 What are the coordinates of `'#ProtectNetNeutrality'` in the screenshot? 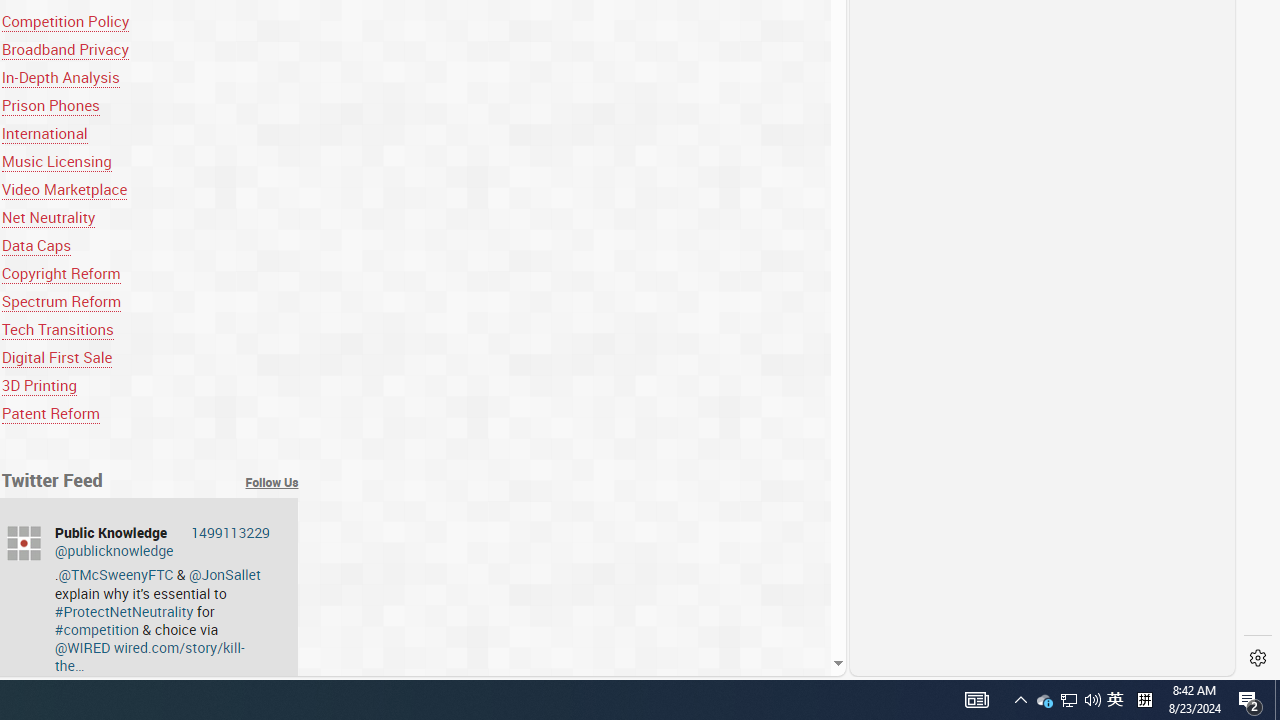 It's located at (123, 609).